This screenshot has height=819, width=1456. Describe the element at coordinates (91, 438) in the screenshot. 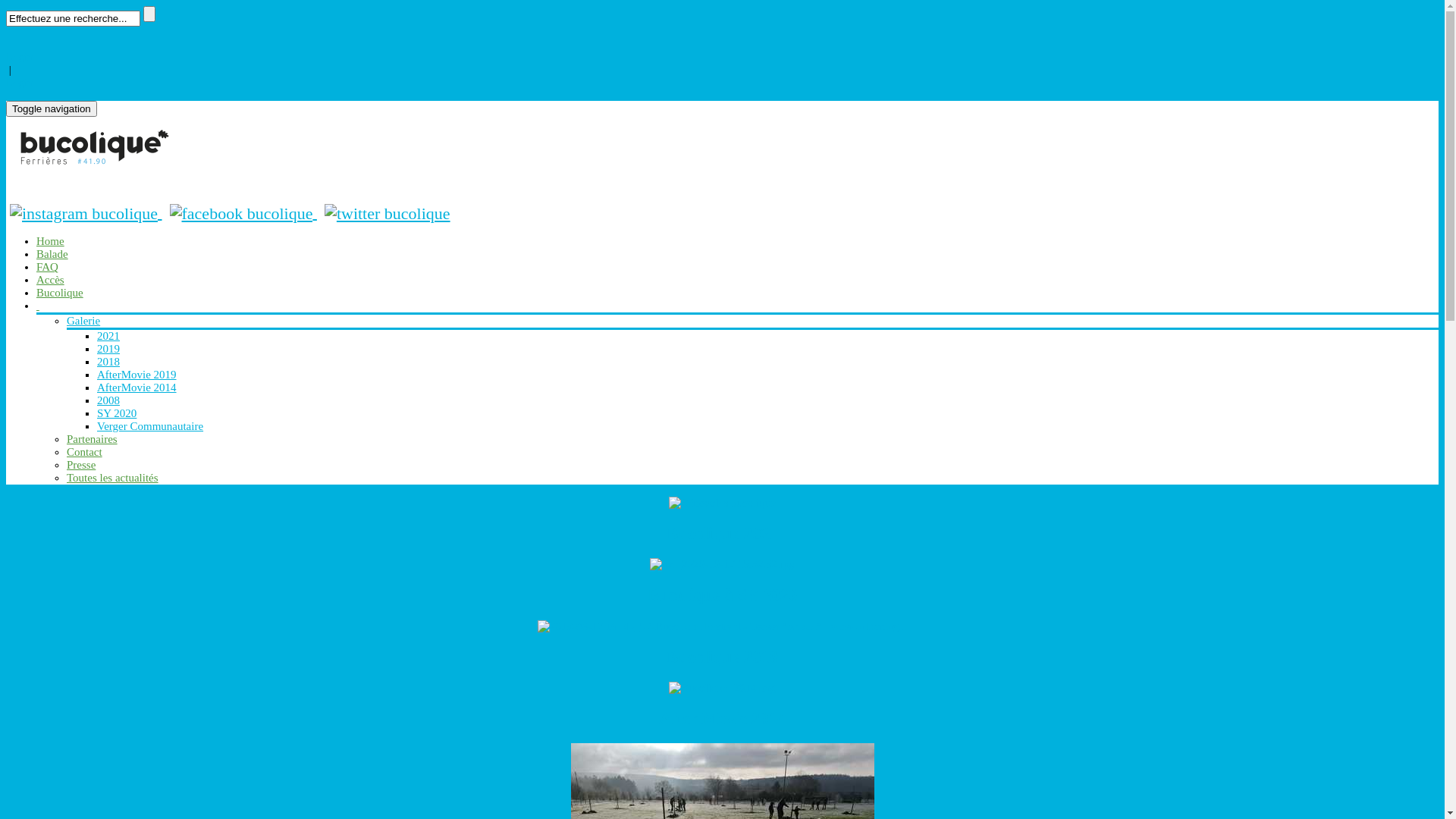

I see `'Partenaires'` at that location.